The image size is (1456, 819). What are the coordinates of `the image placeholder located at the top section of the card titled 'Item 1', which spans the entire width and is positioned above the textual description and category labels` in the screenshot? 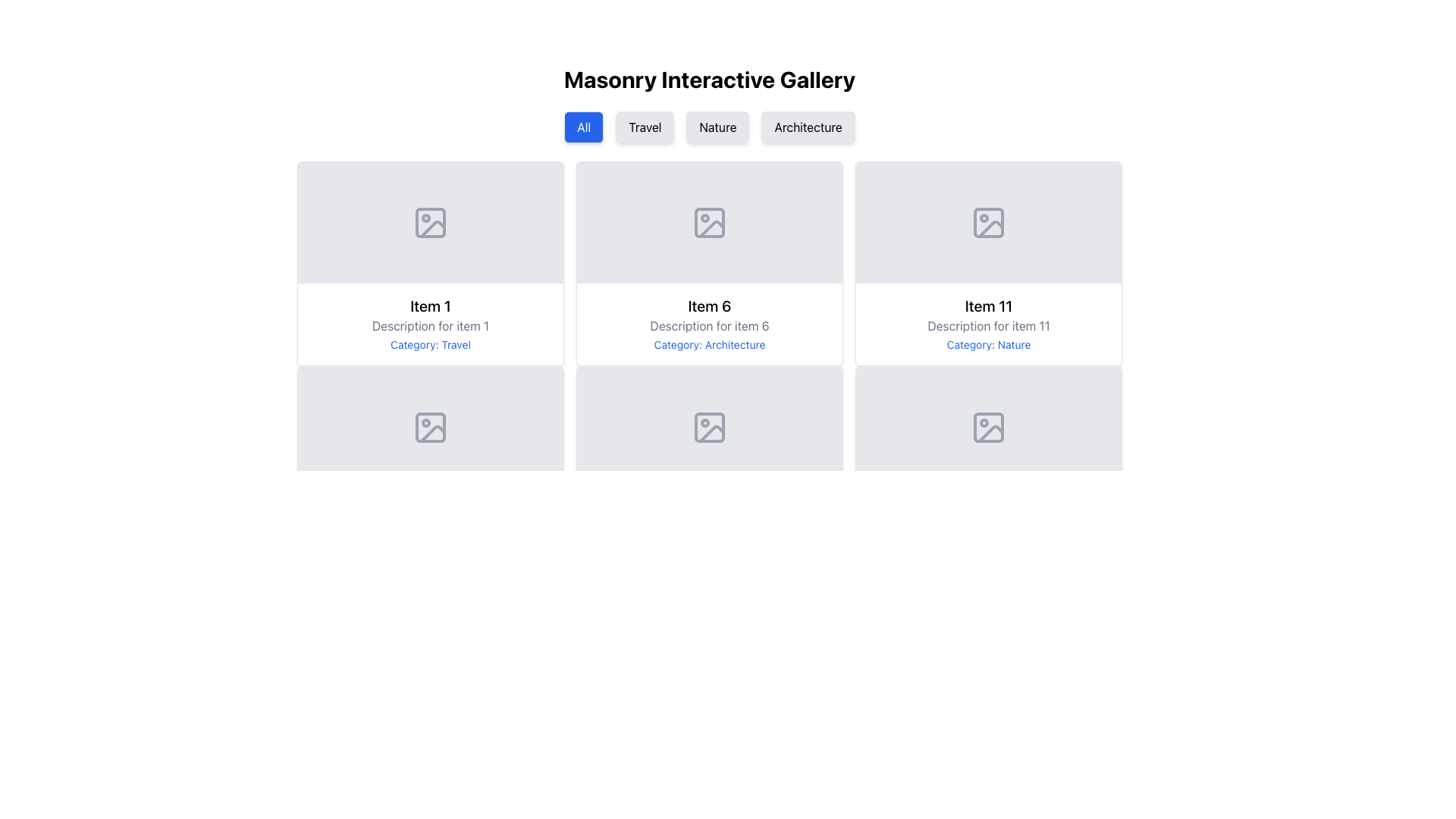 It's located at (429, 222).